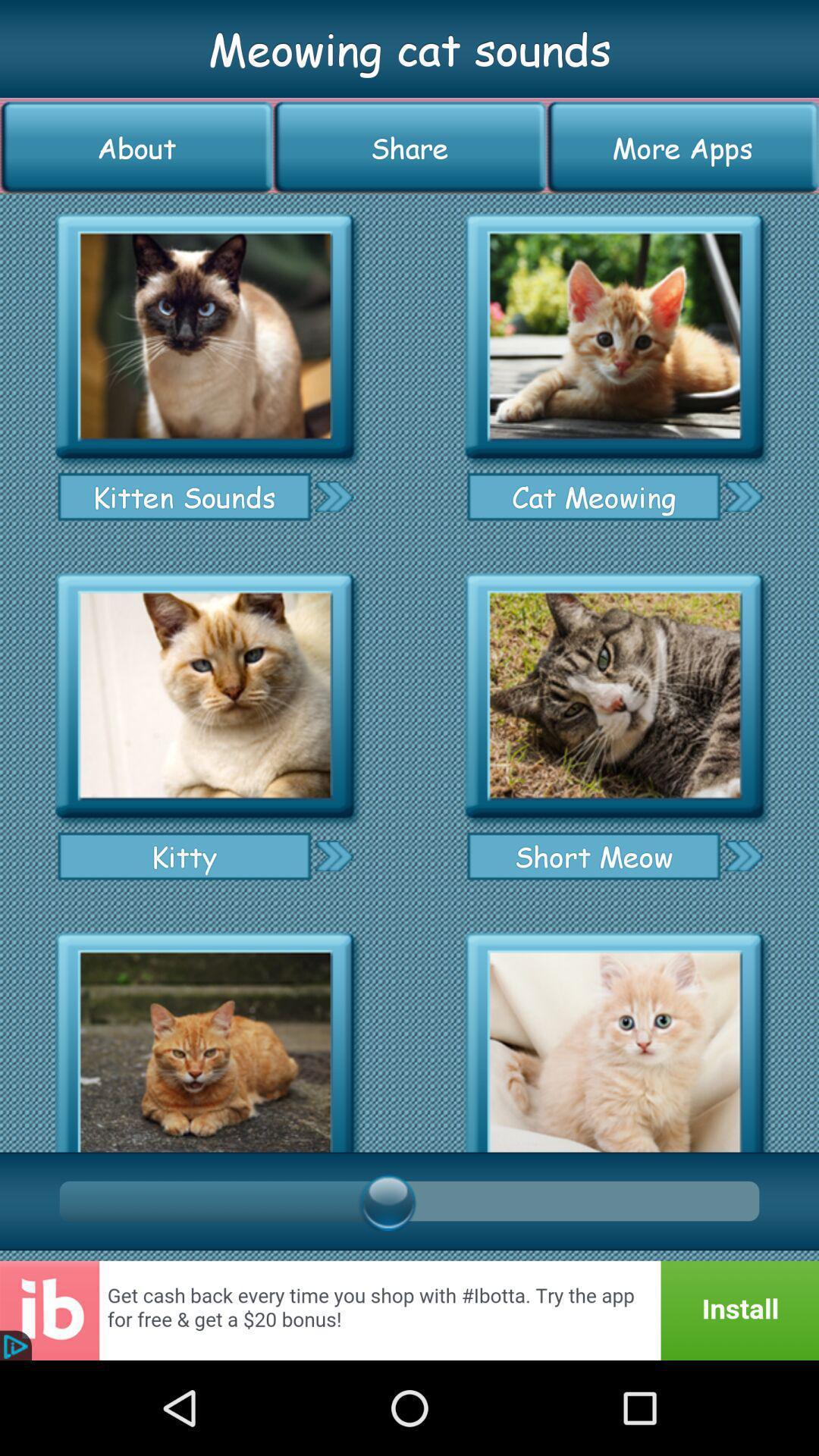  I want to click on cat meowing, so click(742, 496).